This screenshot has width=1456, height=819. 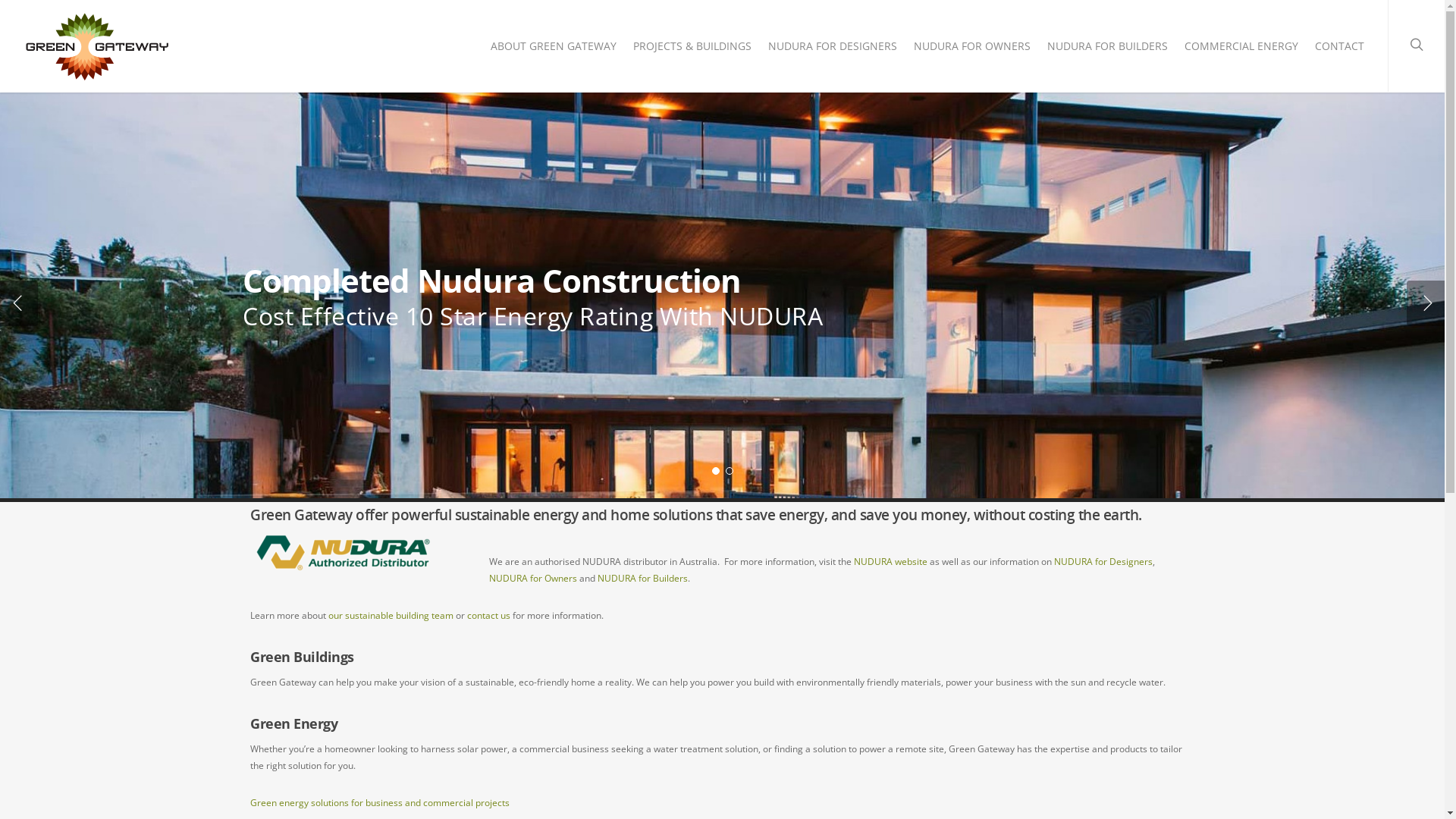 I want to click on 'NUDURA for Designers', so click(x=1053, y=561).